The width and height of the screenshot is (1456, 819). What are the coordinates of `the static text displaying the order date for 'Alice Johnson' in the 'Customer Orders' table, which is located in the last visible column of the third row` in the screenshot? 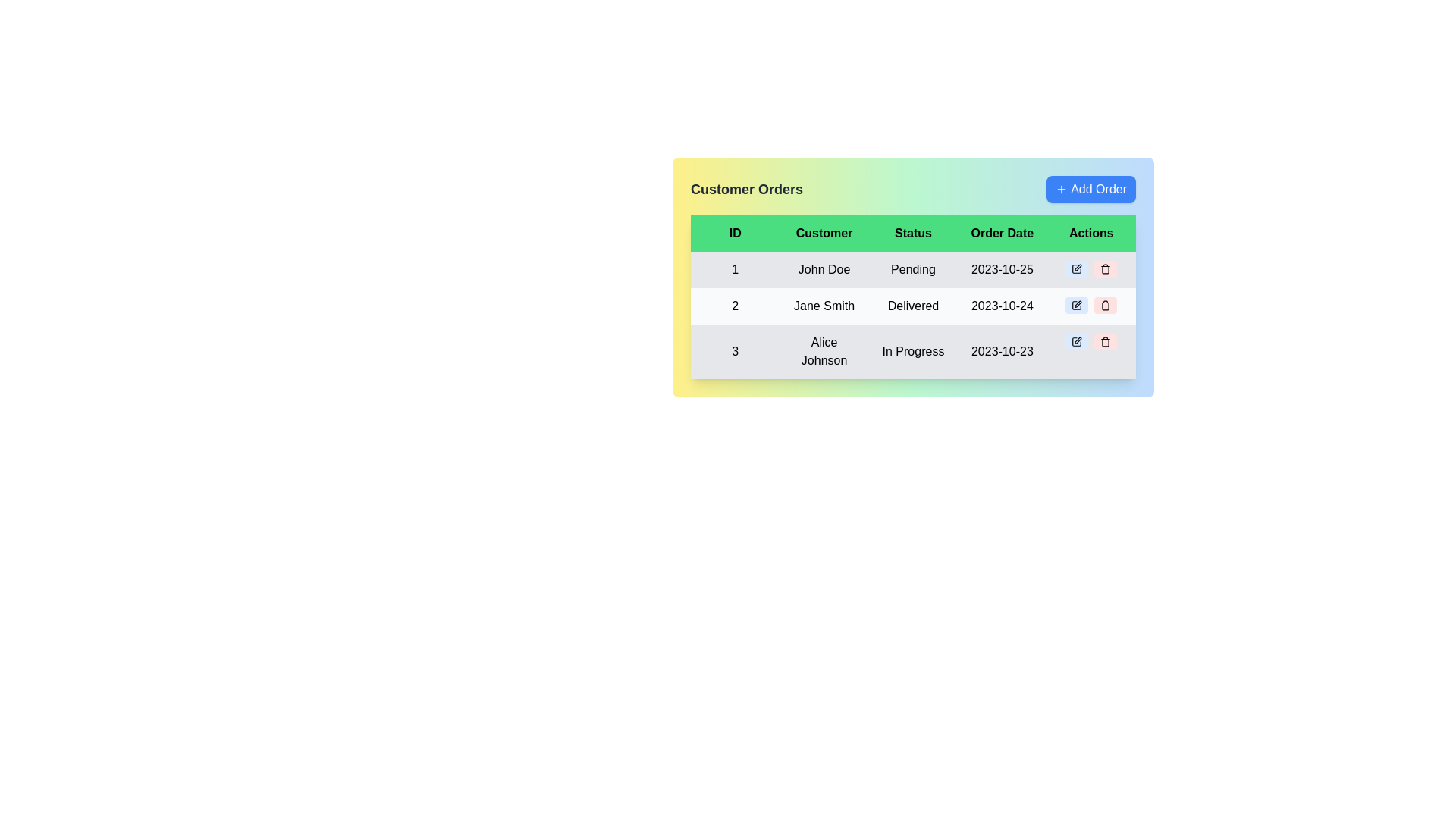 It's located at (1002, 351).